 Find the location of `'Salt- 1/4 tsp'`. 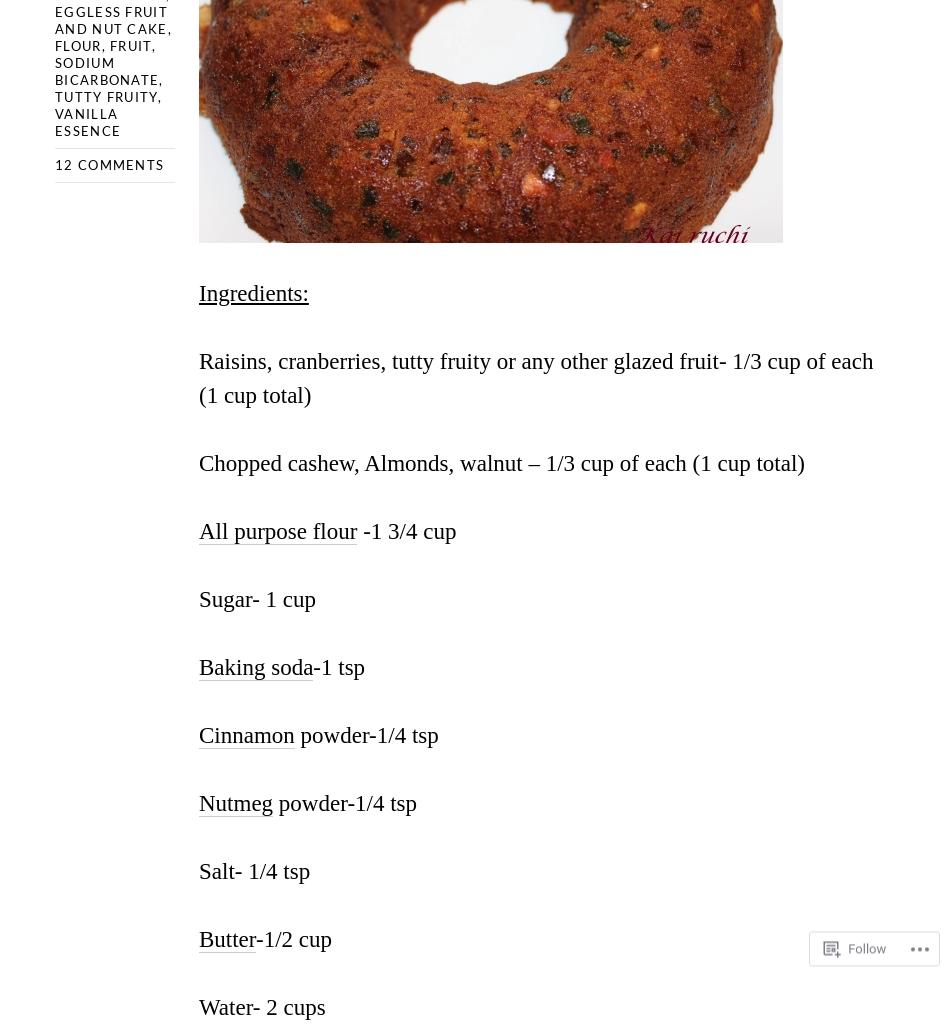

'Salt- 1/4 tsp' is located at coordinates (253, 870).